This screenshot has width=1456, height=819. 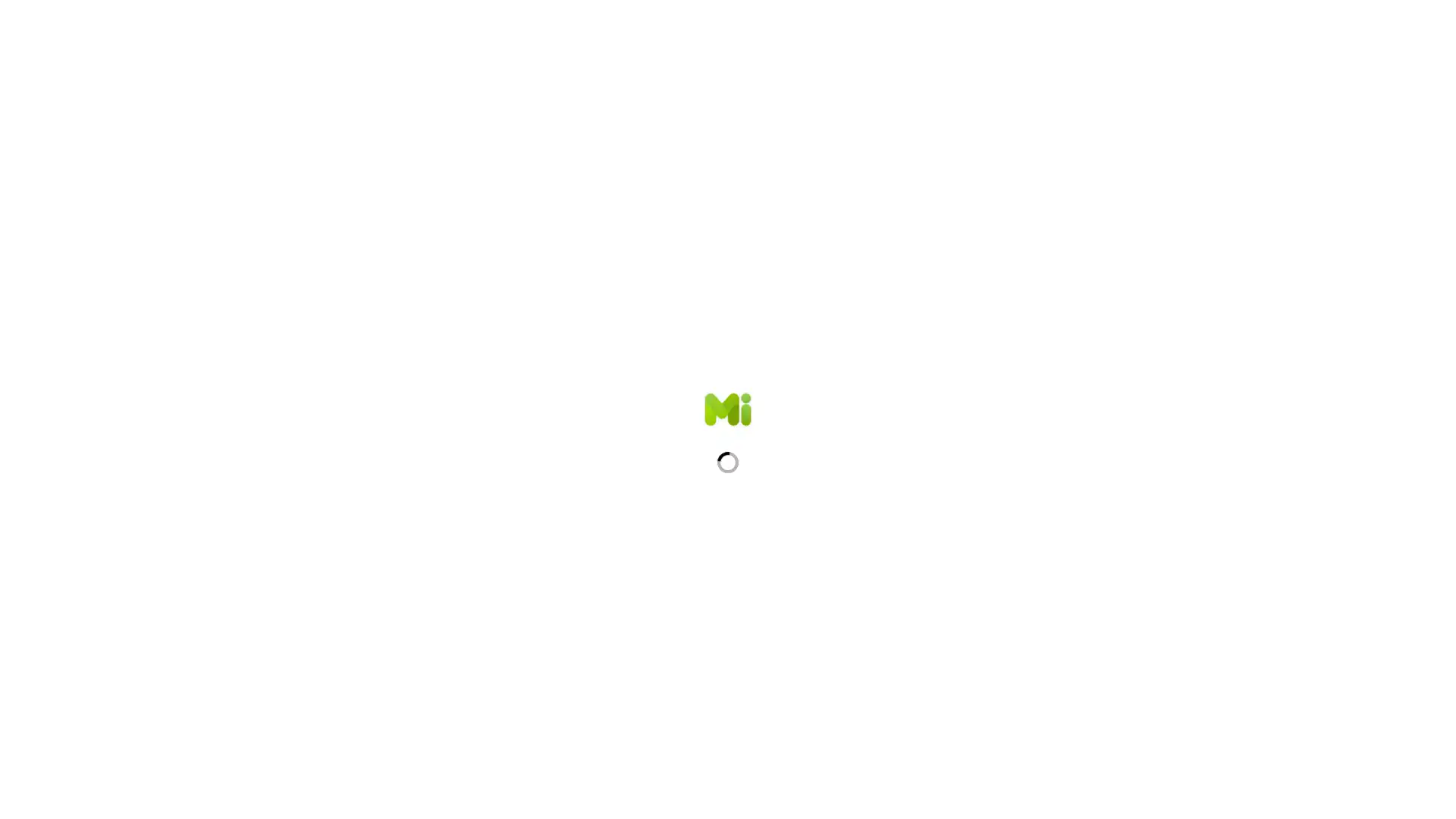 I want to click on Sign Up, so click(x=1343, y=23).